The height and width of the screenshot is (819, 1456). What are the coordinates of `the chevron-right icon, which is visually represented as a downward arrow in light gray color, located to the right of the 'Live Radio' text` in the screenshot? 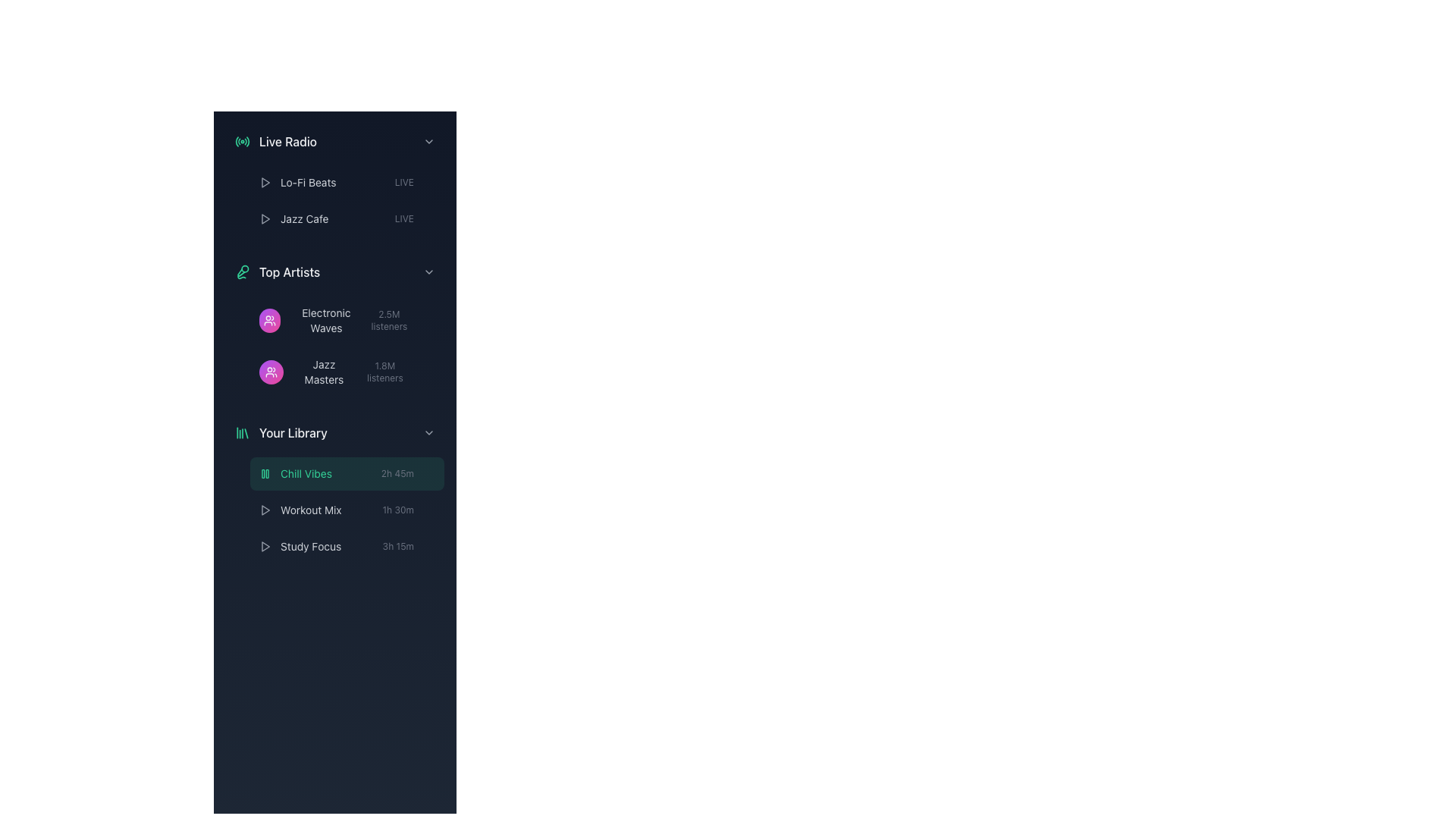 It's located at (428, 141).